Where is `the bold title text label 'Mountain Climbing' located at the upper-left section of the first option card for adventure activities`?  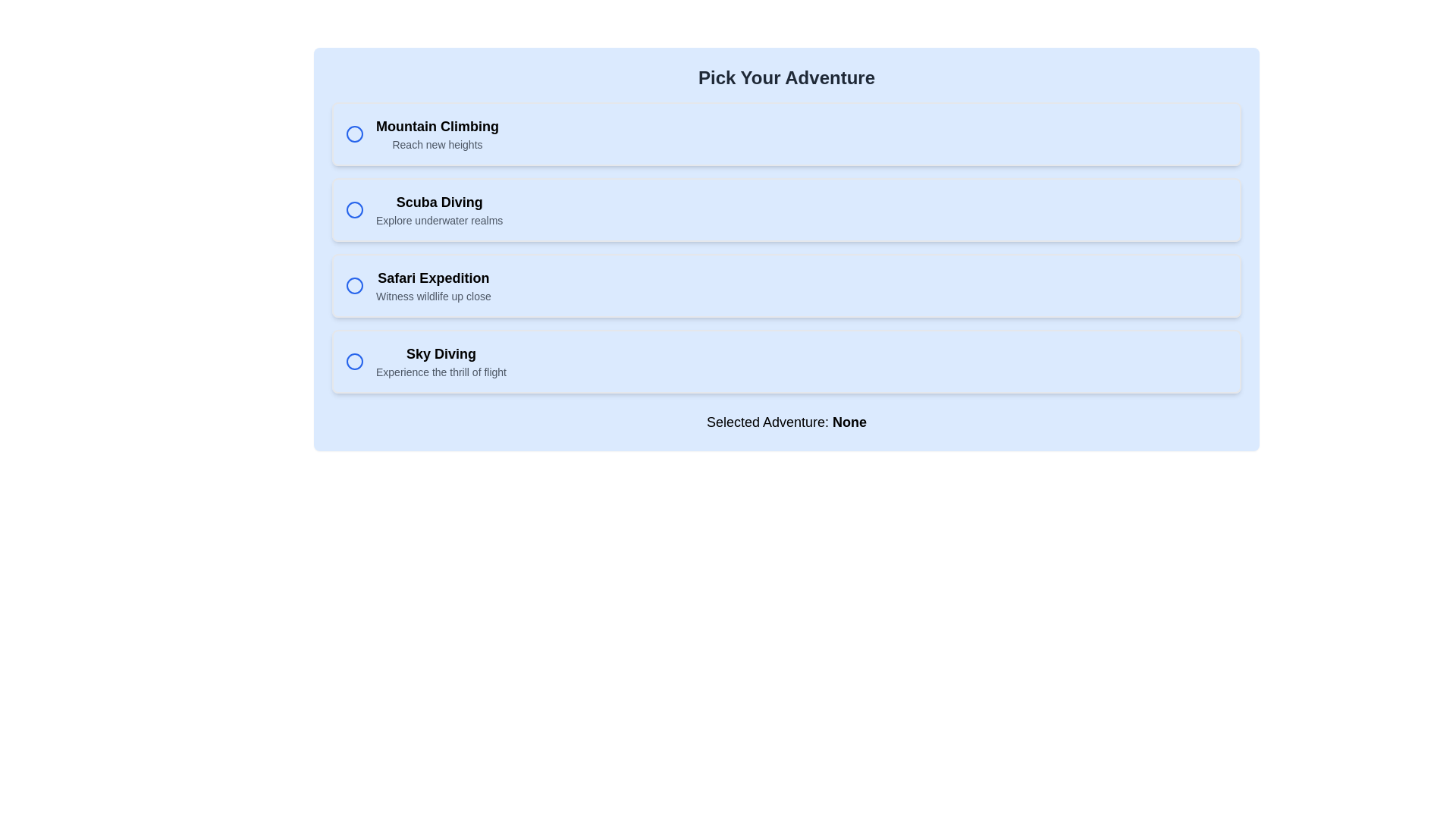 the bold title text label 'Mountain Climbing' located at the upper-left section of the first option card for adventure activities is located at coordinates (436, 125).